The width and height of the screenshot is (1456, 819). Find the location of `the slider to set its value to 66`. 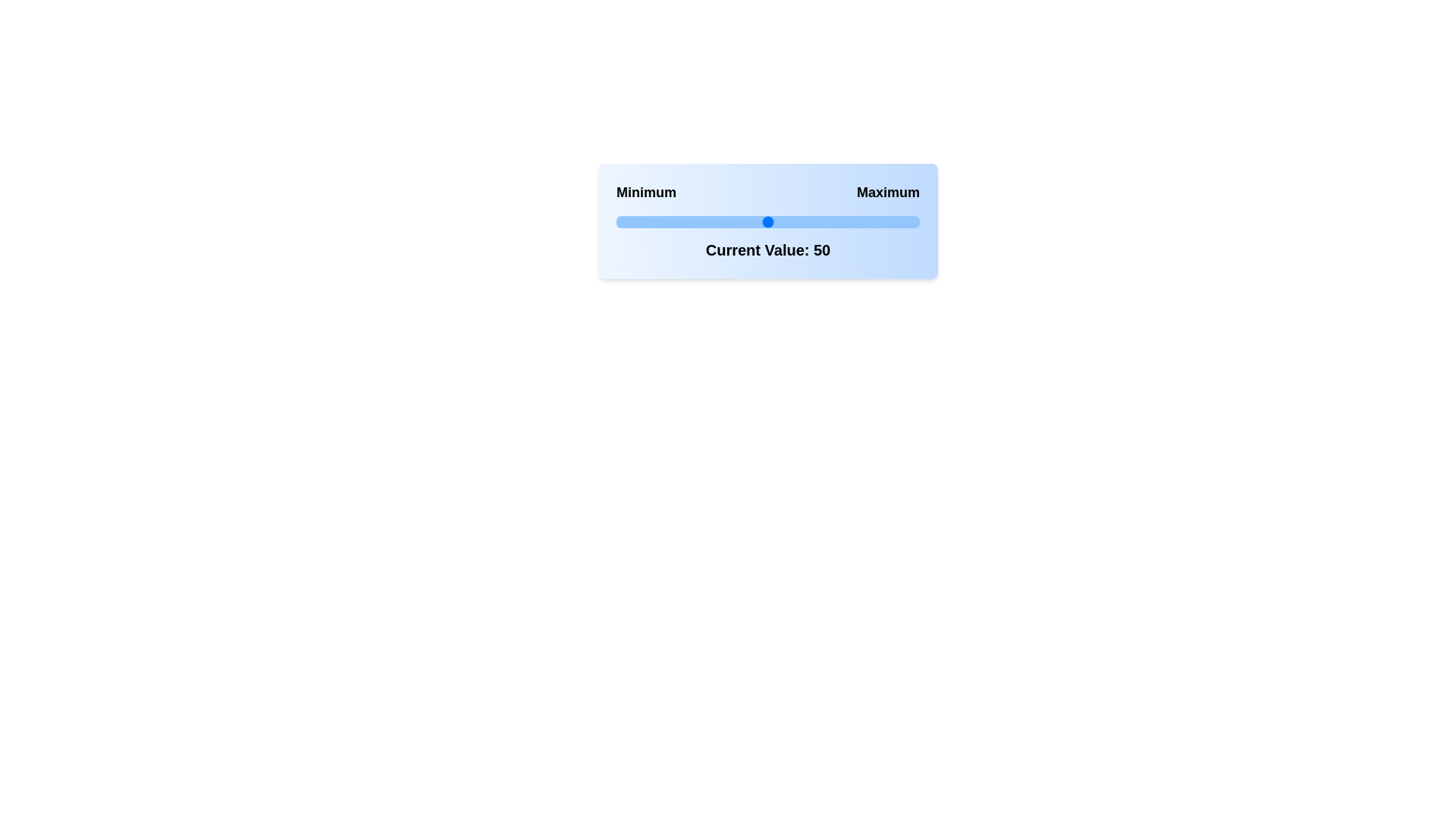

the slider to set its value to 66 is located at coordinates (815, 222).